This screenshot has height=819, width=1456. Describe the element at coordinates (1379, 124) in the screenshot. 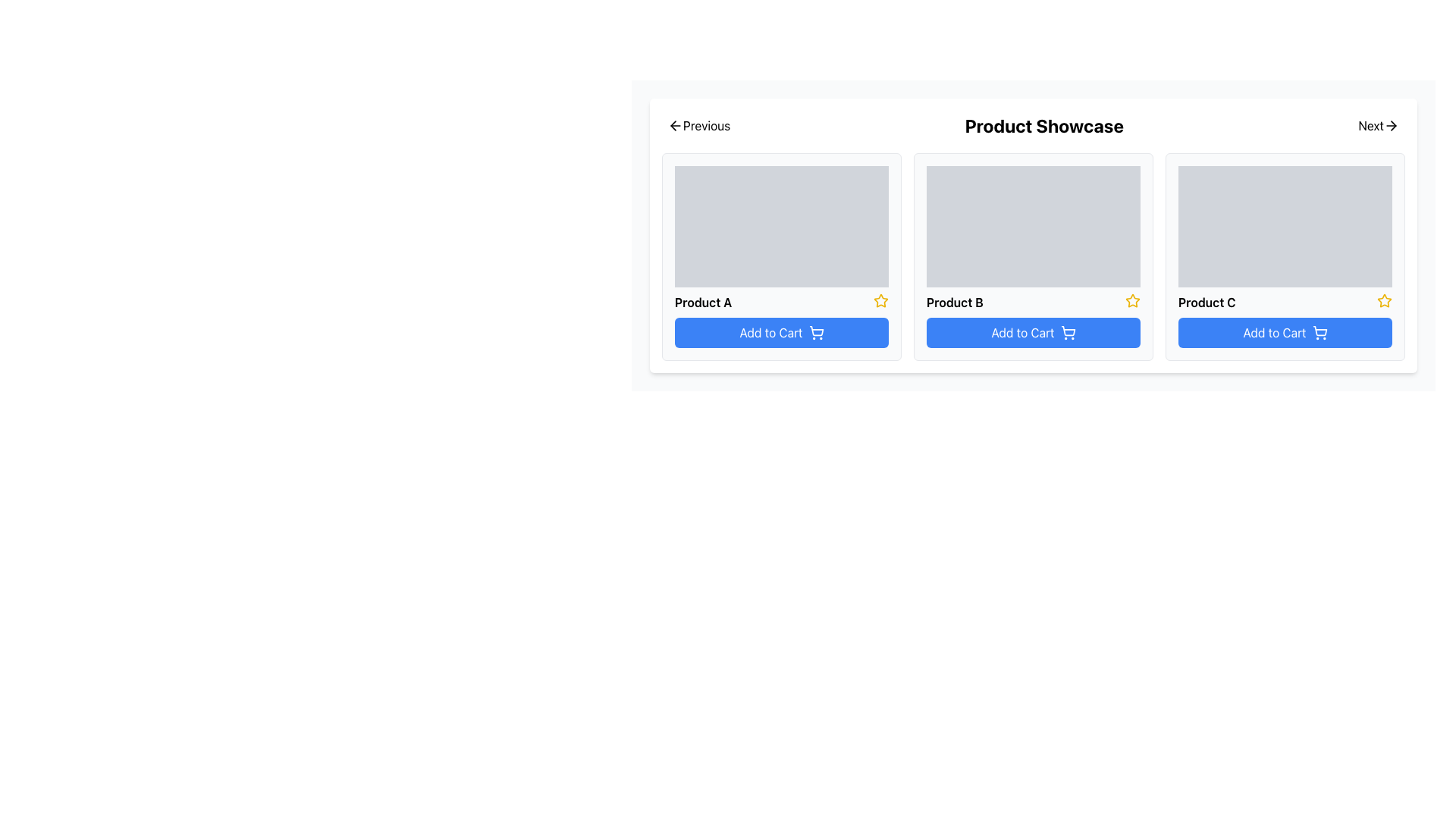

I see `the navigational button located at the right end of the navigation control bar` at that location.